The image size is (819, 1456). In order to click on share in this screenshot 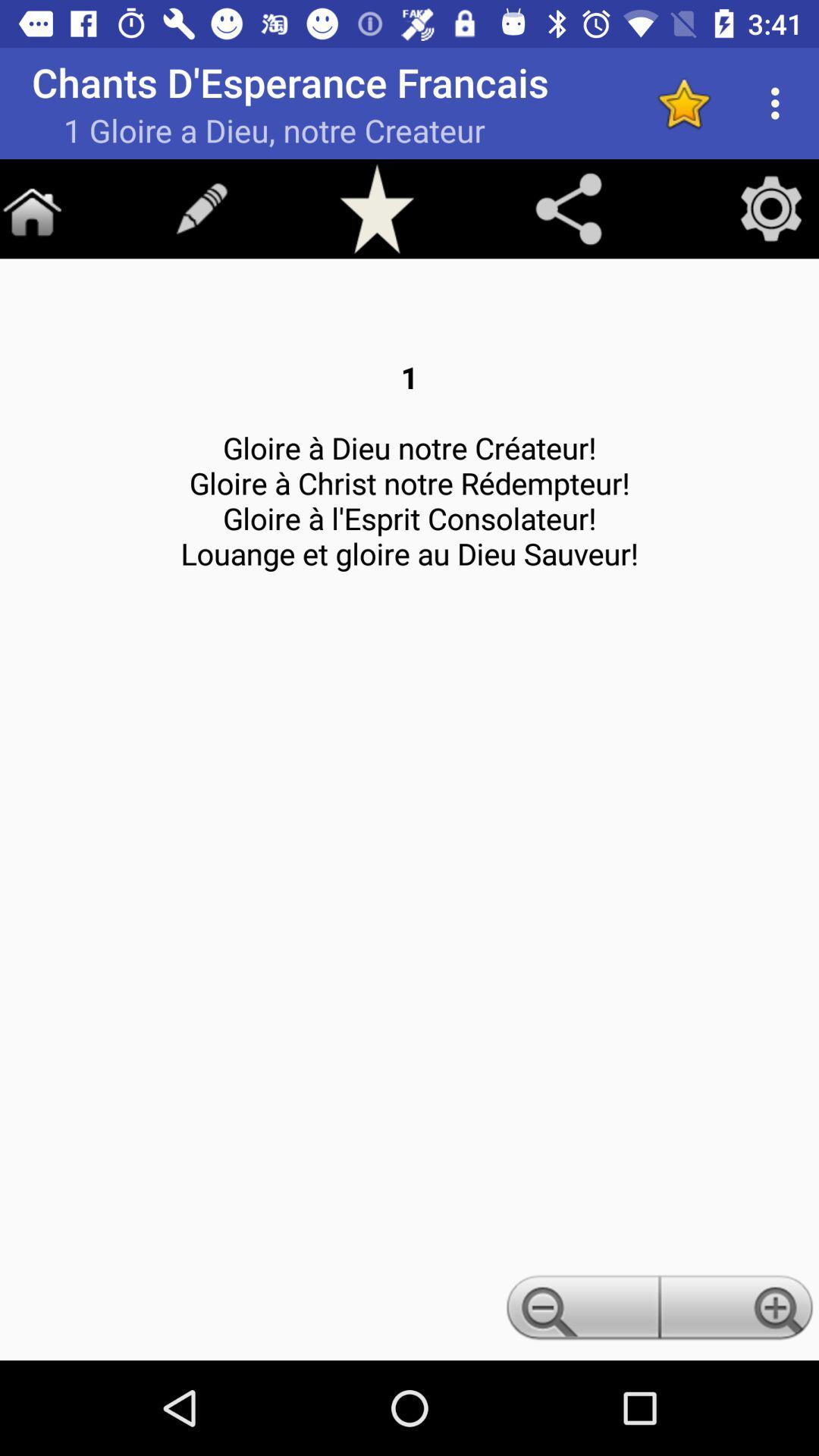, I will do `click(568, 208)`.